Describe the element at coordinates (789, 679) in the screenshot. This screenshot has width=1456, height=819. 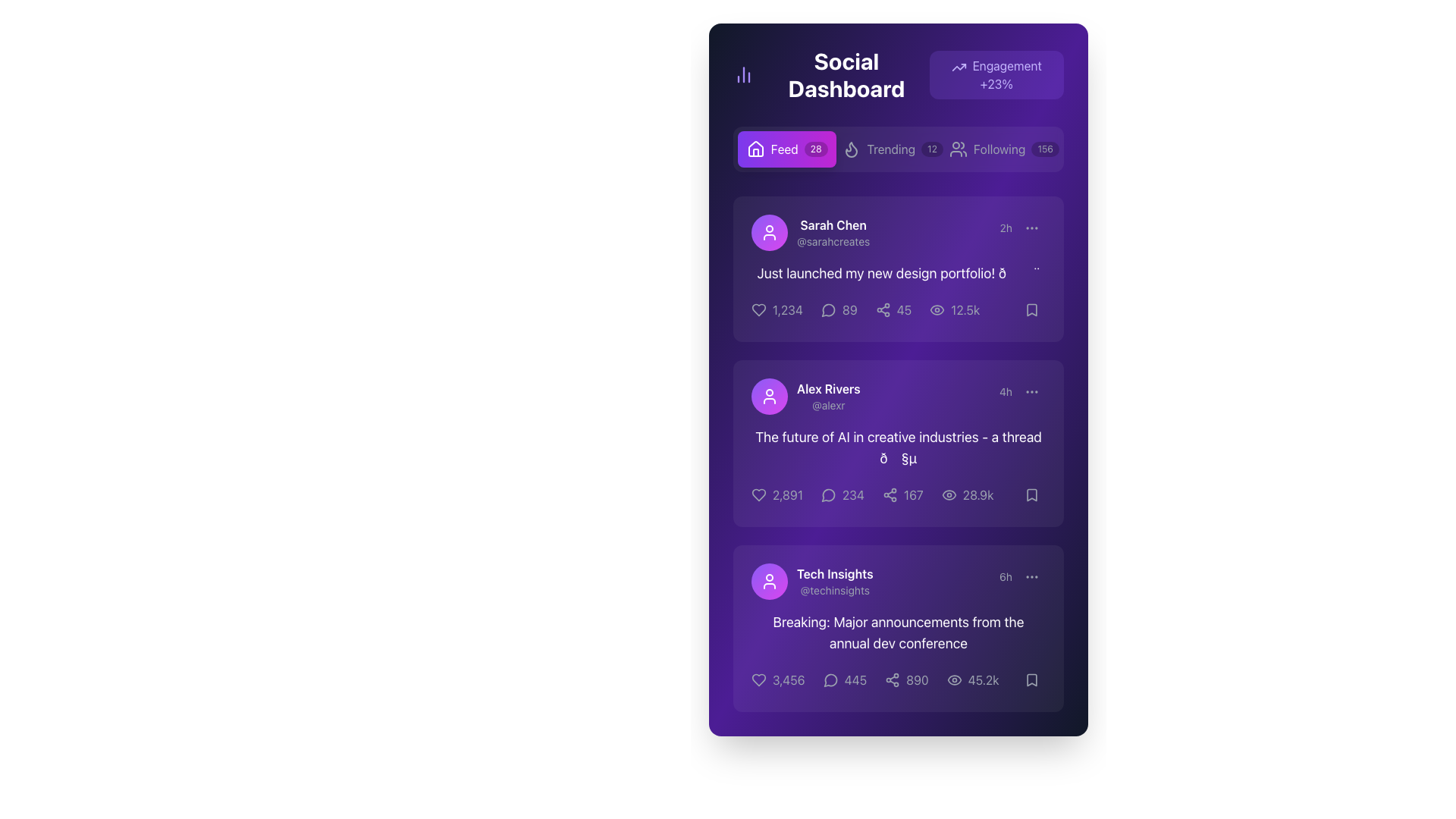
I see `numerical count of engagement associated with the heart icon, which is the first statistic entry in the footer of the content card titled 'Breaking: Major announcements from the annual dev conference' by Tech Insights` at that location.